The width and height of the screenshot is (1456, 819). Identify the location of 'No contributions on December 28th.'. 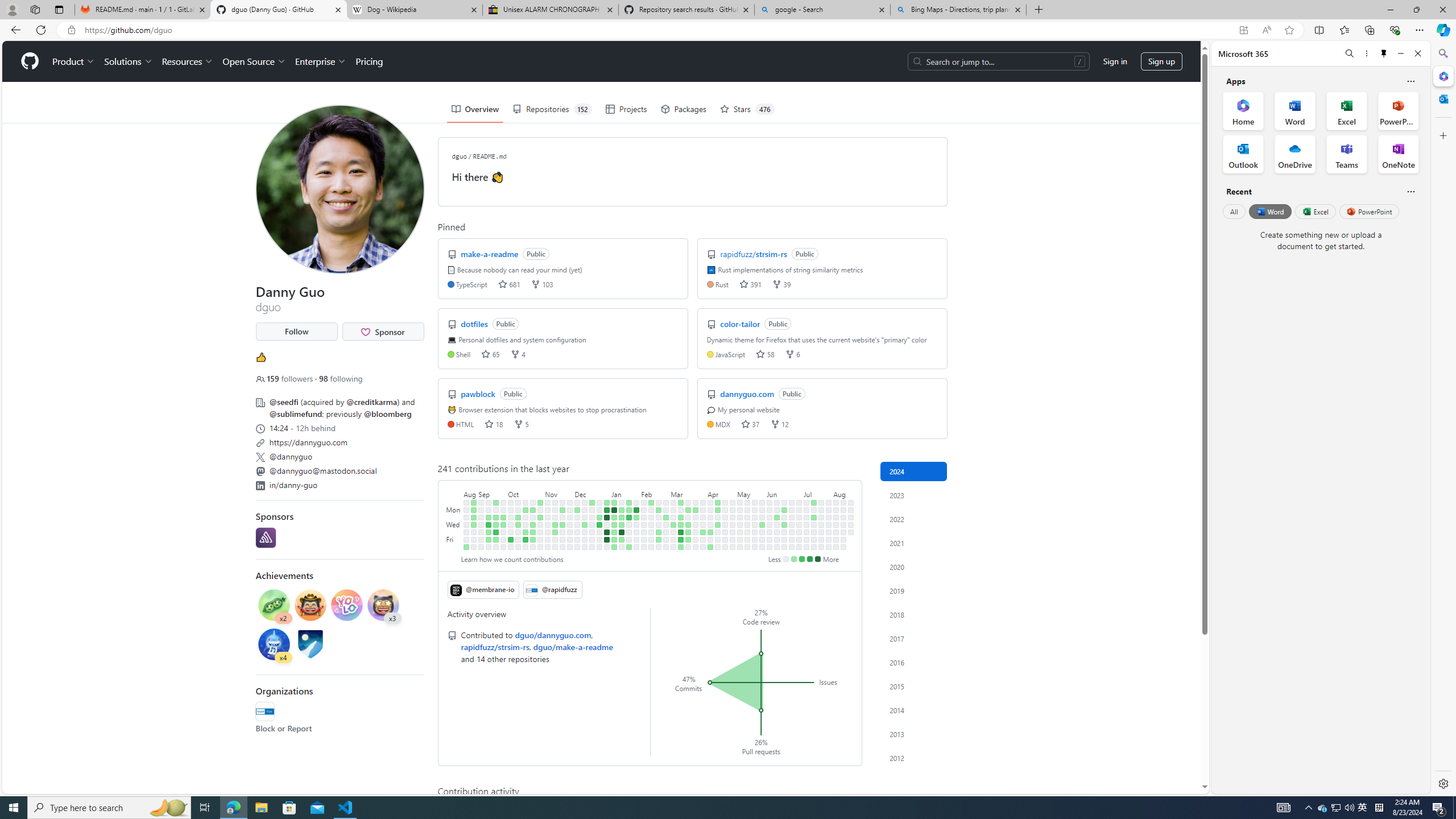
(599, 531).